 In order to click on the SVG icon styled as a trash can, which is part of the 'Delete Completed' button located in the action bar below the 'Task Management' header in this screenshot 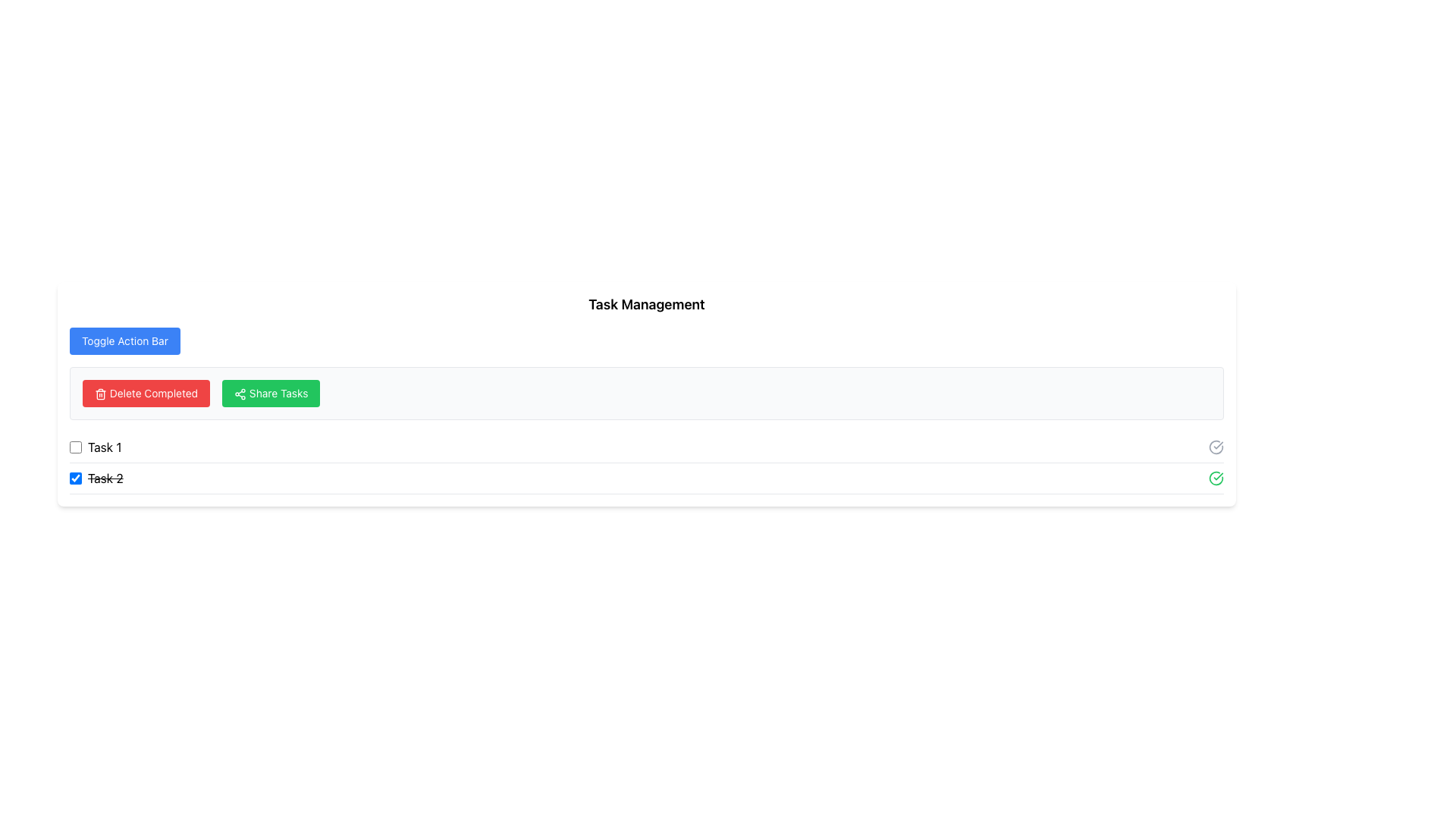, I will do `click(100, 394)`.